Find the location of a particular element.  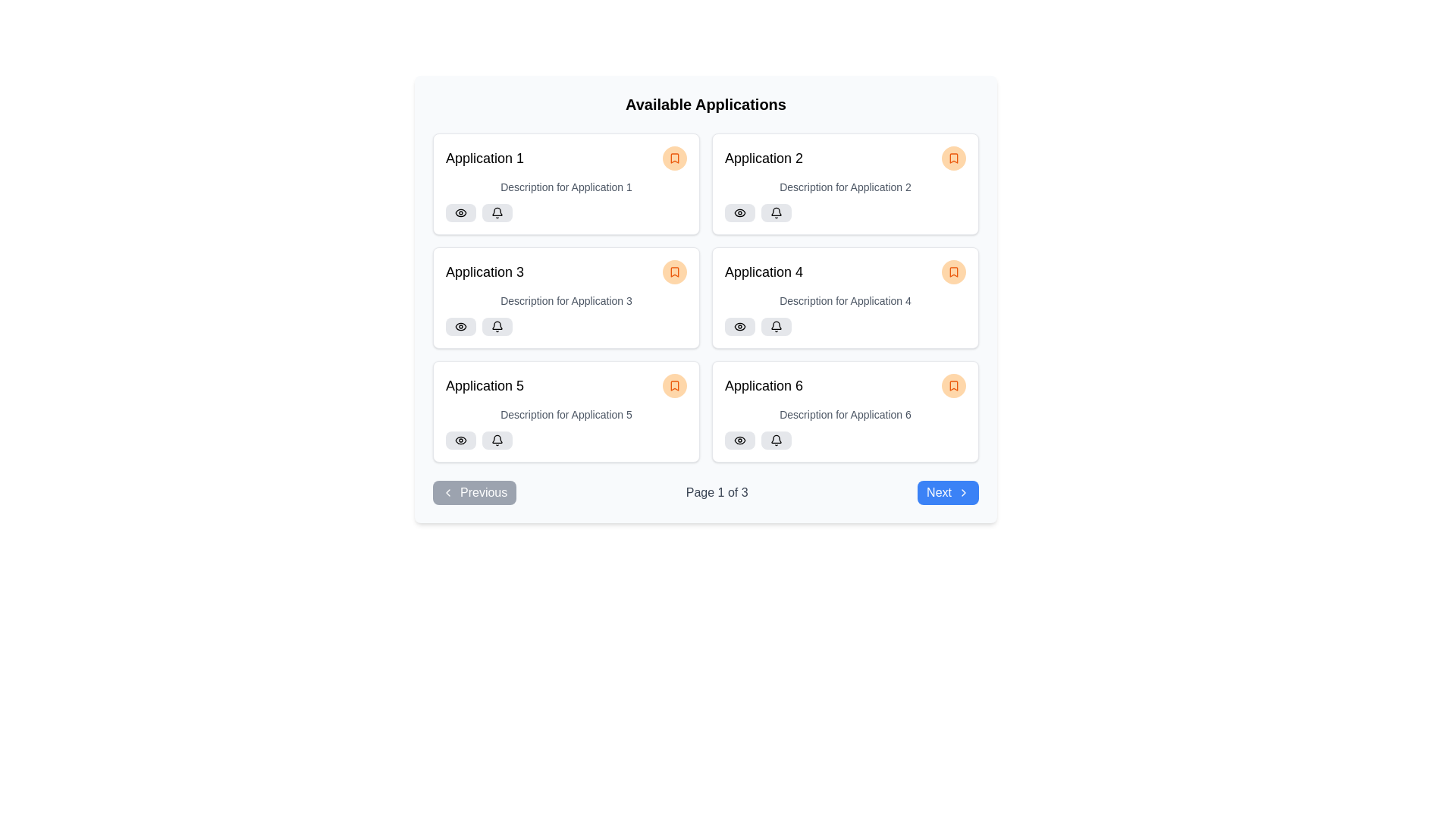

the icon that toggles visibility for 'Application 1' is located at coordinates (460, 213).